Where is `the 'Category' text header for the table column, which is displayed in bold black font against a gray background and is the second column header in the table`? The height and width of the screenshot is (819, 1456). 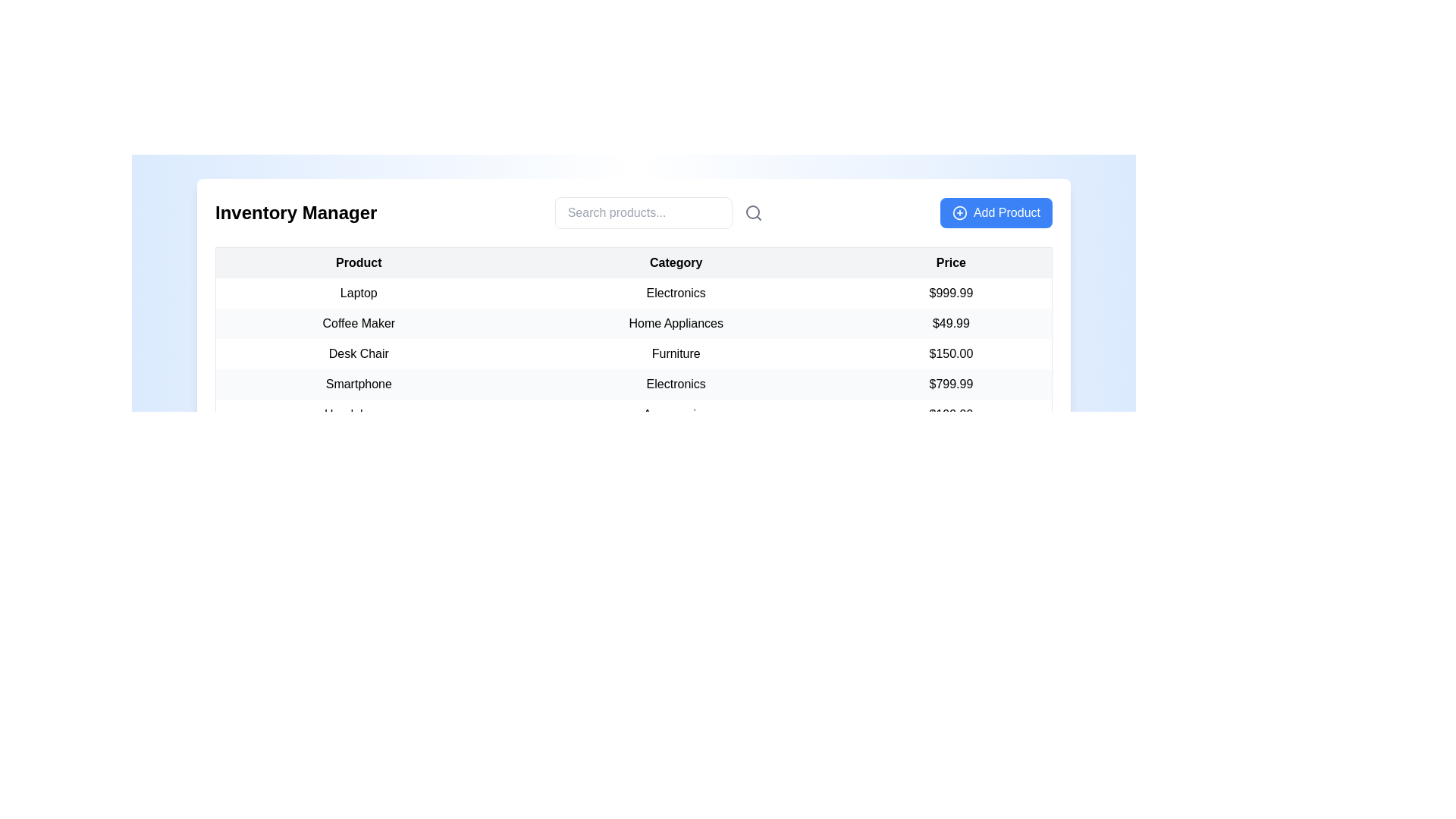 the 'Category' text header for the table column, which is displayed in bold black font against a gray background and is the second column header in the table is located at coordinates (675, 262).